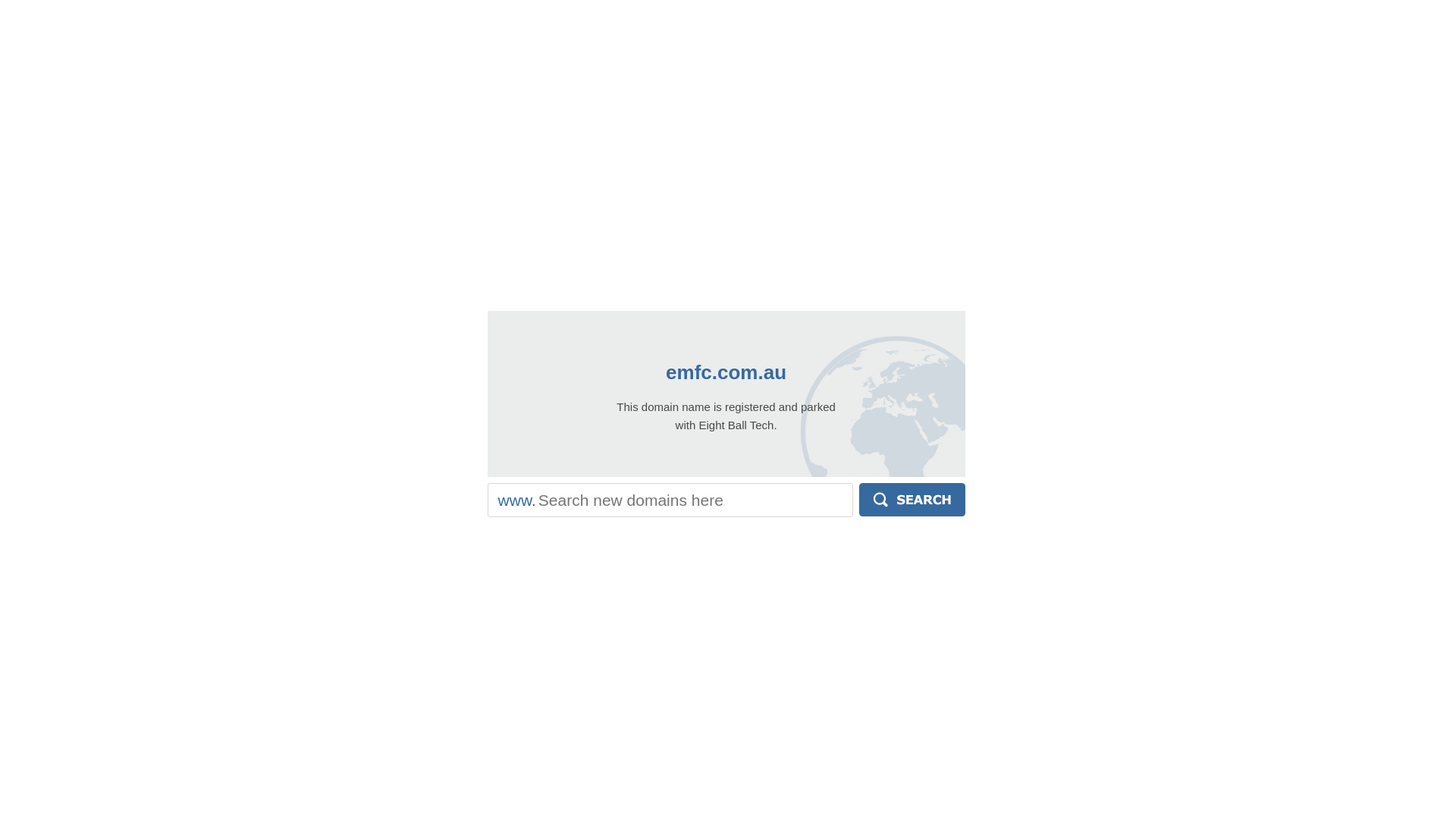 Image resolution: width=1456 pixels, height=819 pixels. Describe the element at coordinates (912, 500) in the screenshot. I see `'Search'` at that location.